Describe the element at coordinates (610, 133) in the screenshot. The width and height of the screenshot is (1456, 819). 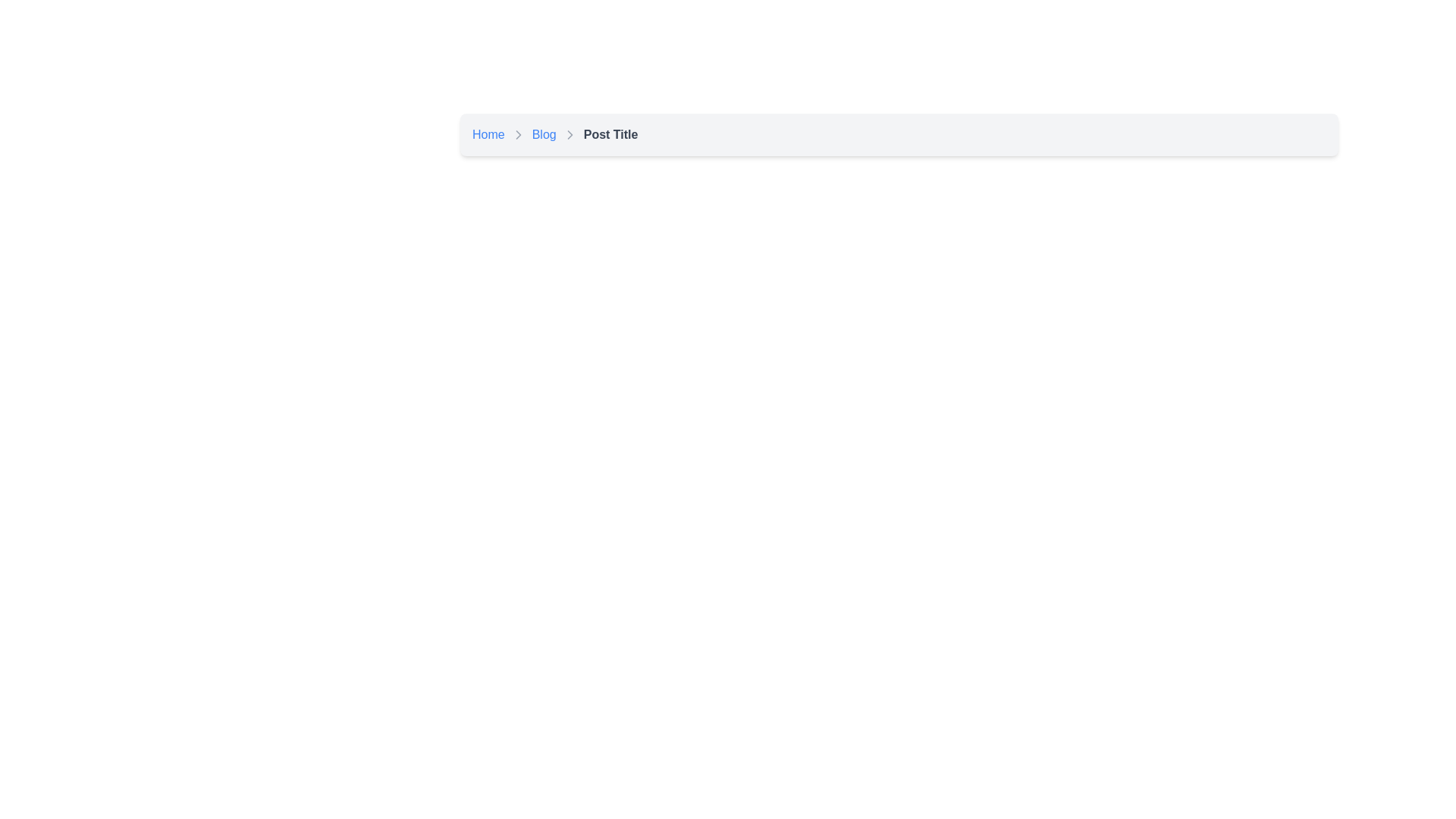
I see `the 'Post Title' text label, which is styled in gray font and bold, located in the breadcrumb navigation system as the last item` at that location.